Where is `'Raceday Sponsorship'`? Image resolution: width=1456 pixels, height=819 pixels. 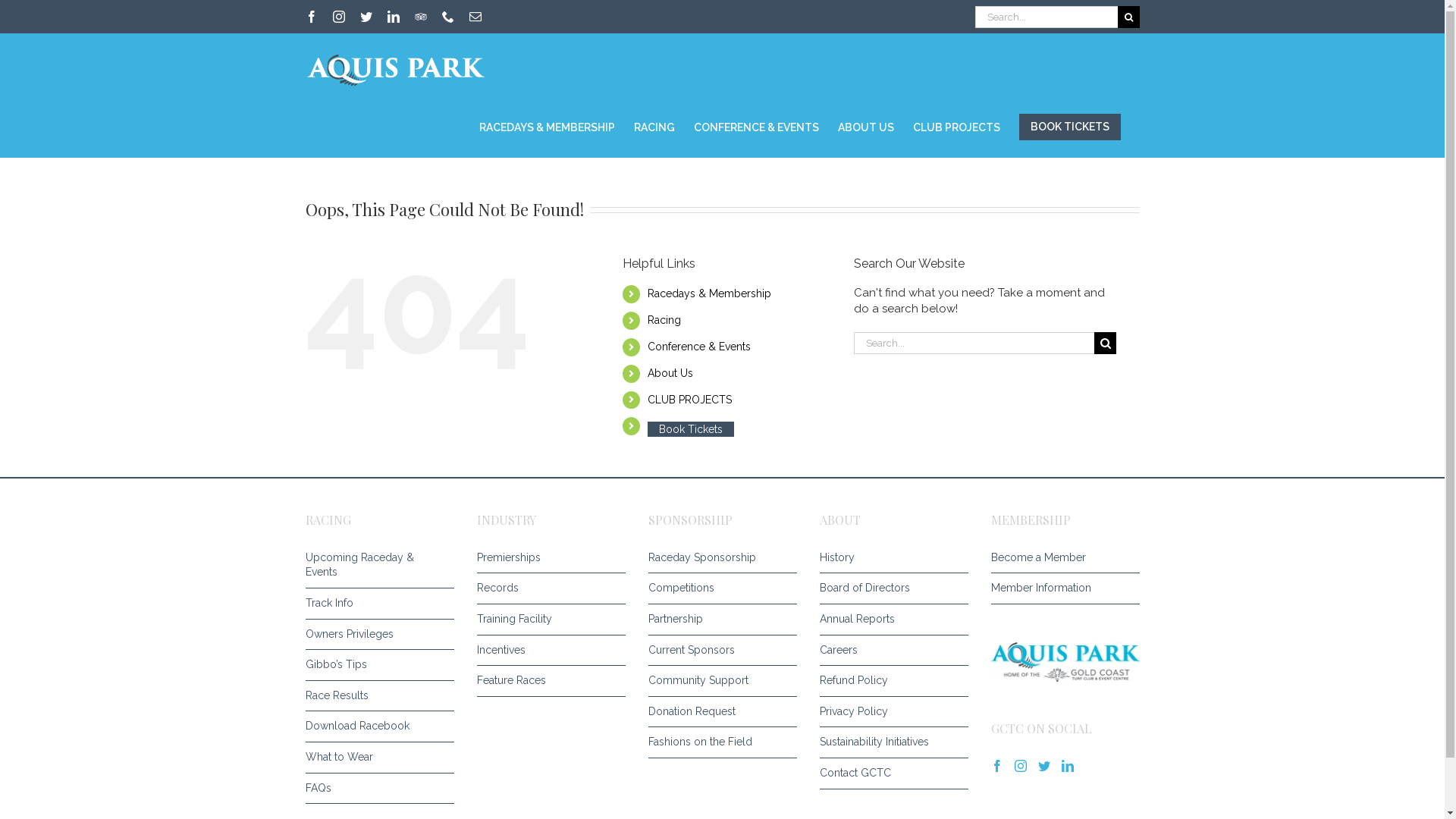 'Raceday Sponsorship' is located at coordinates (717, 558).